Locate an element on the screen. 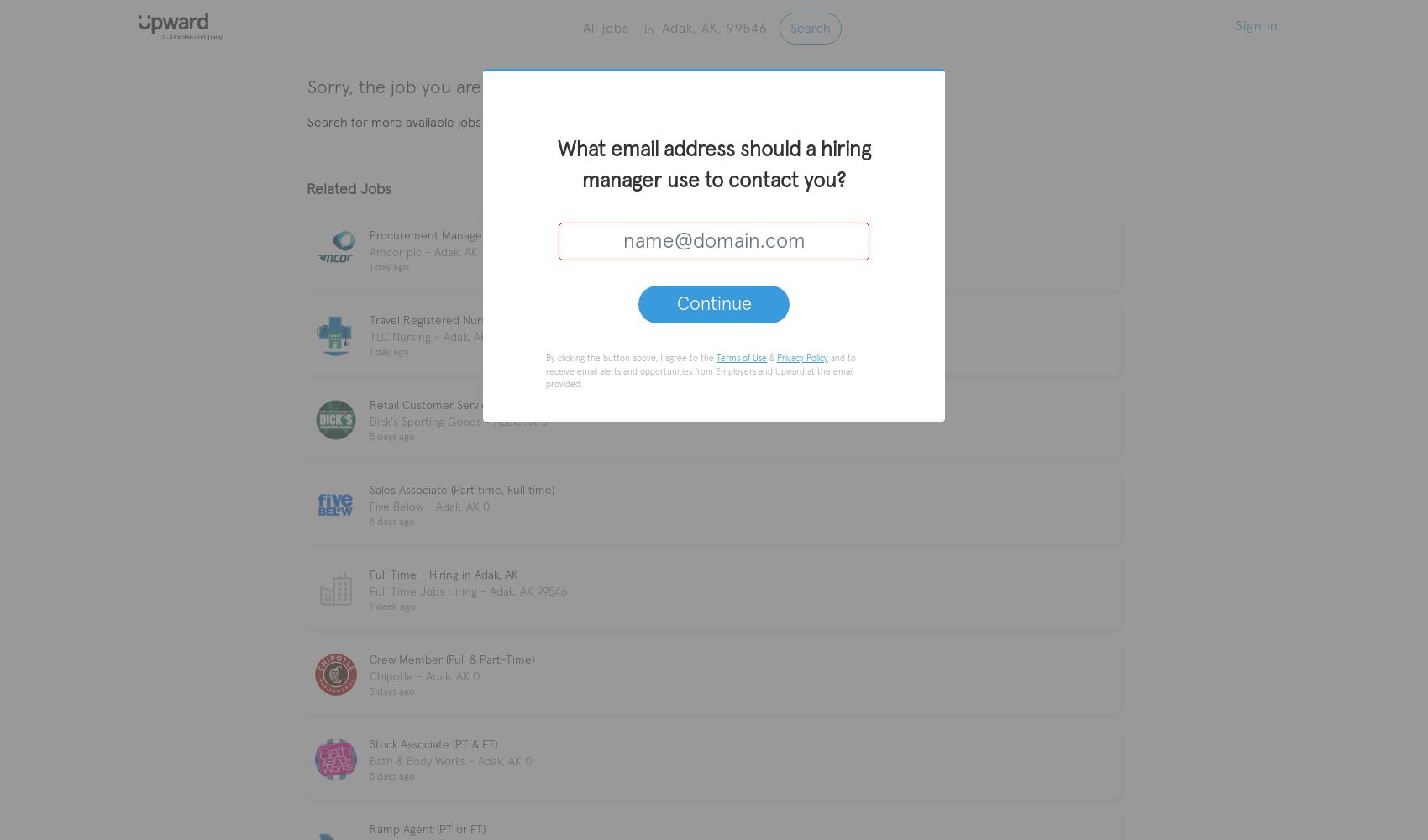 This screenshot has height=840, width=1428. 'Ramp Agent (PT or FT)' is located at coordinates (427, 828).